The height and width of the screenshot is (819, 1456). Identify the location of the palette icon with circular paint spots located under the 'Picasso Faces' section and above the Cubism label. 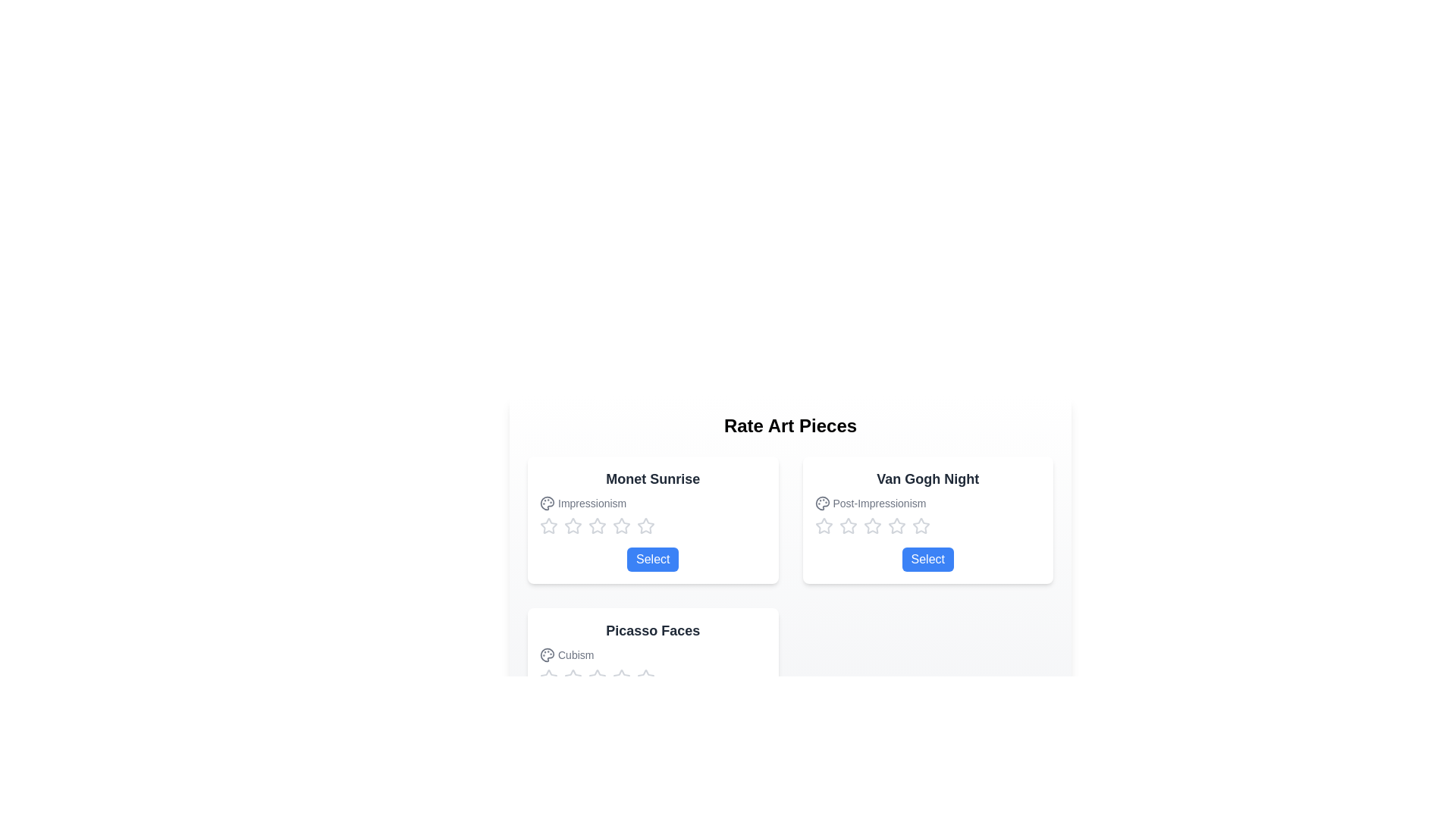
(546, 654).